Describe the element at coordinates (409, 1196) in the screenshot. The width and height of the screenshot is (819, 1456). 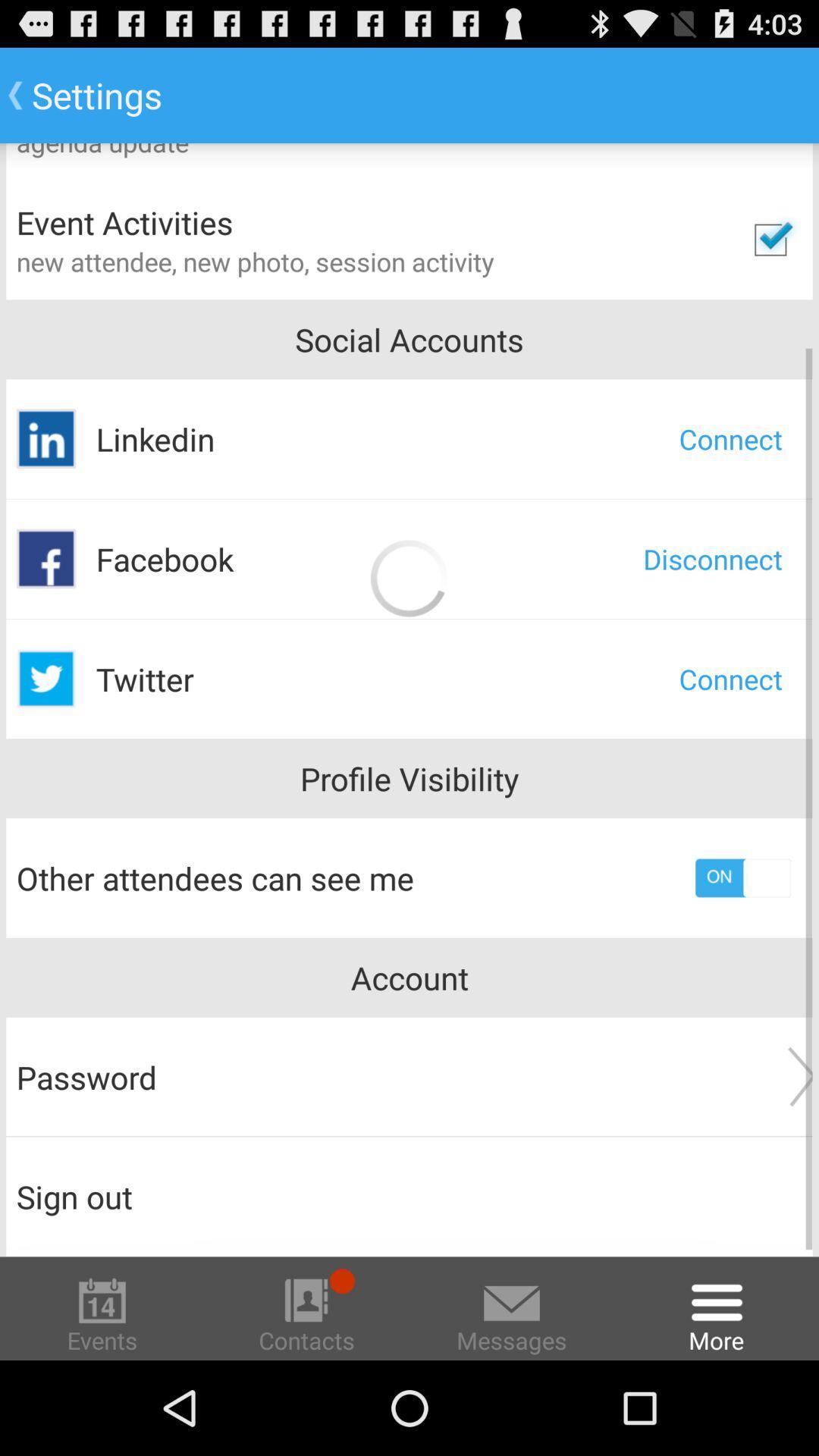
I see `the sign out icon` at that location.